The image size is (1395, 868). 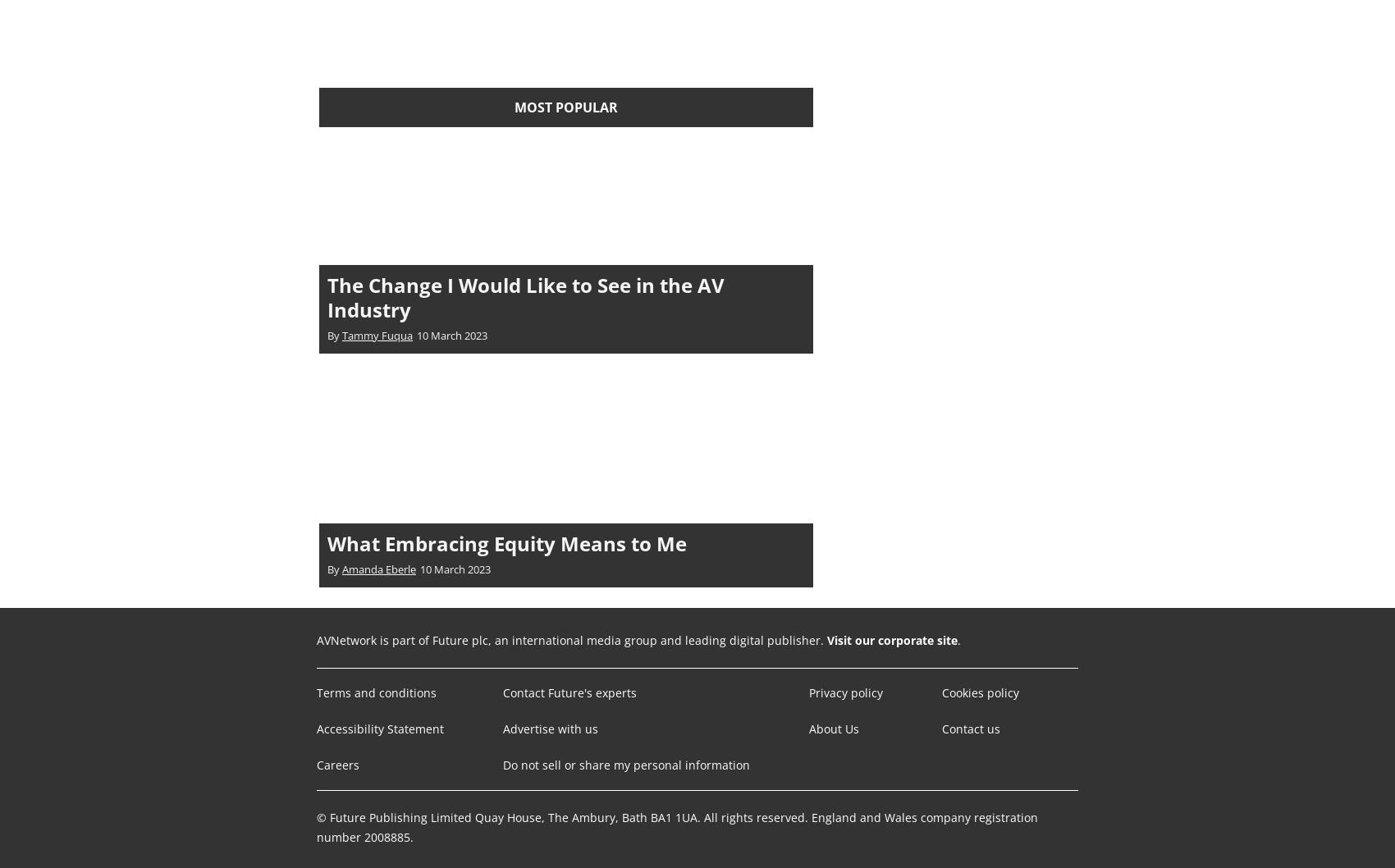 I want to click on 'AVNetwork is part of Future plc, an international media group and leading digital publisher.', so click(x=572, y=639).